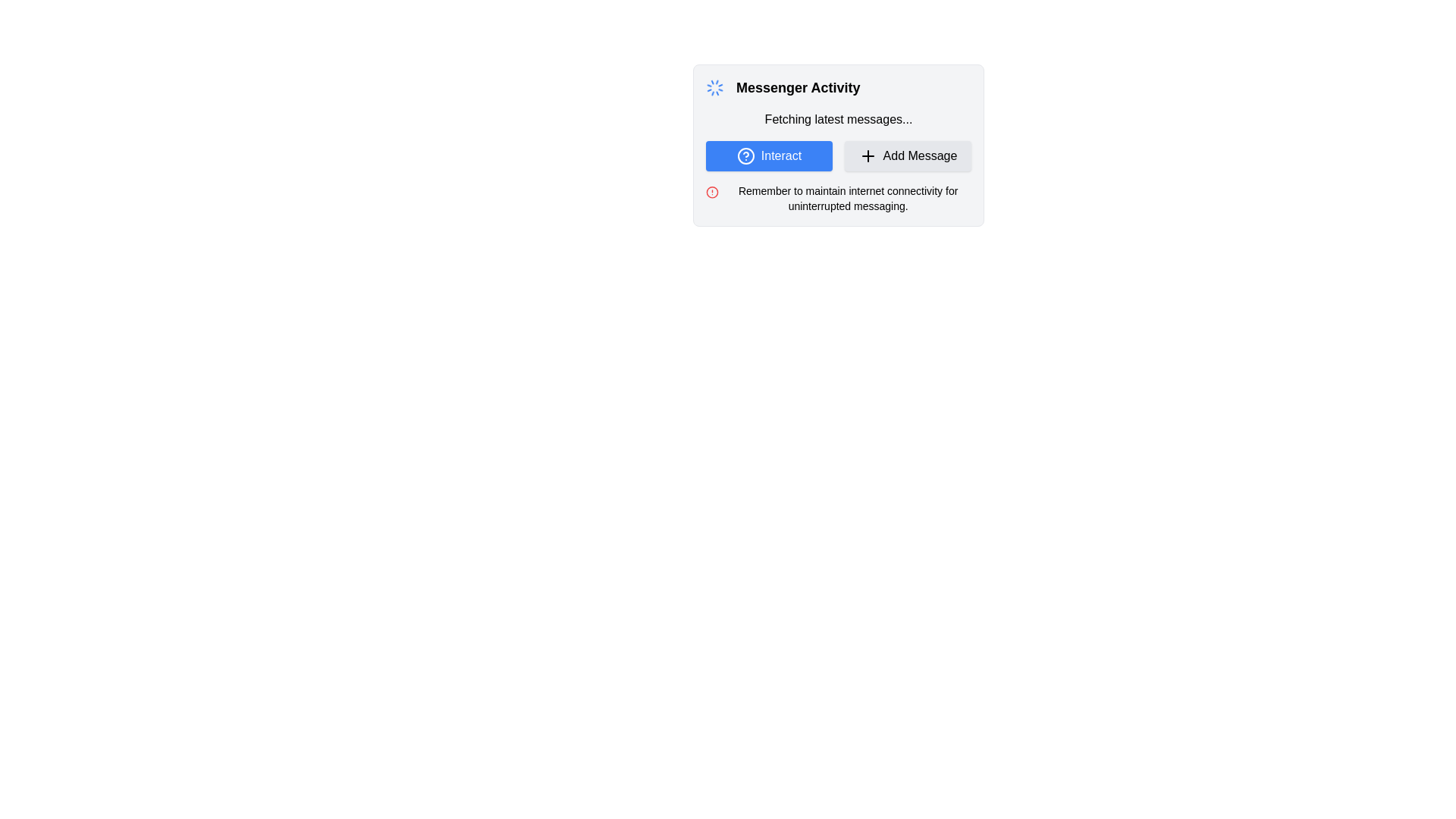 The image size is (1456, 819). I want to click on the text label displaying the message 'Remember to maintain internet connectivity for uninterrupted messaging.' located to the right of a red-alert icon in the 'Messenger Activity' box, so click(847, 198).